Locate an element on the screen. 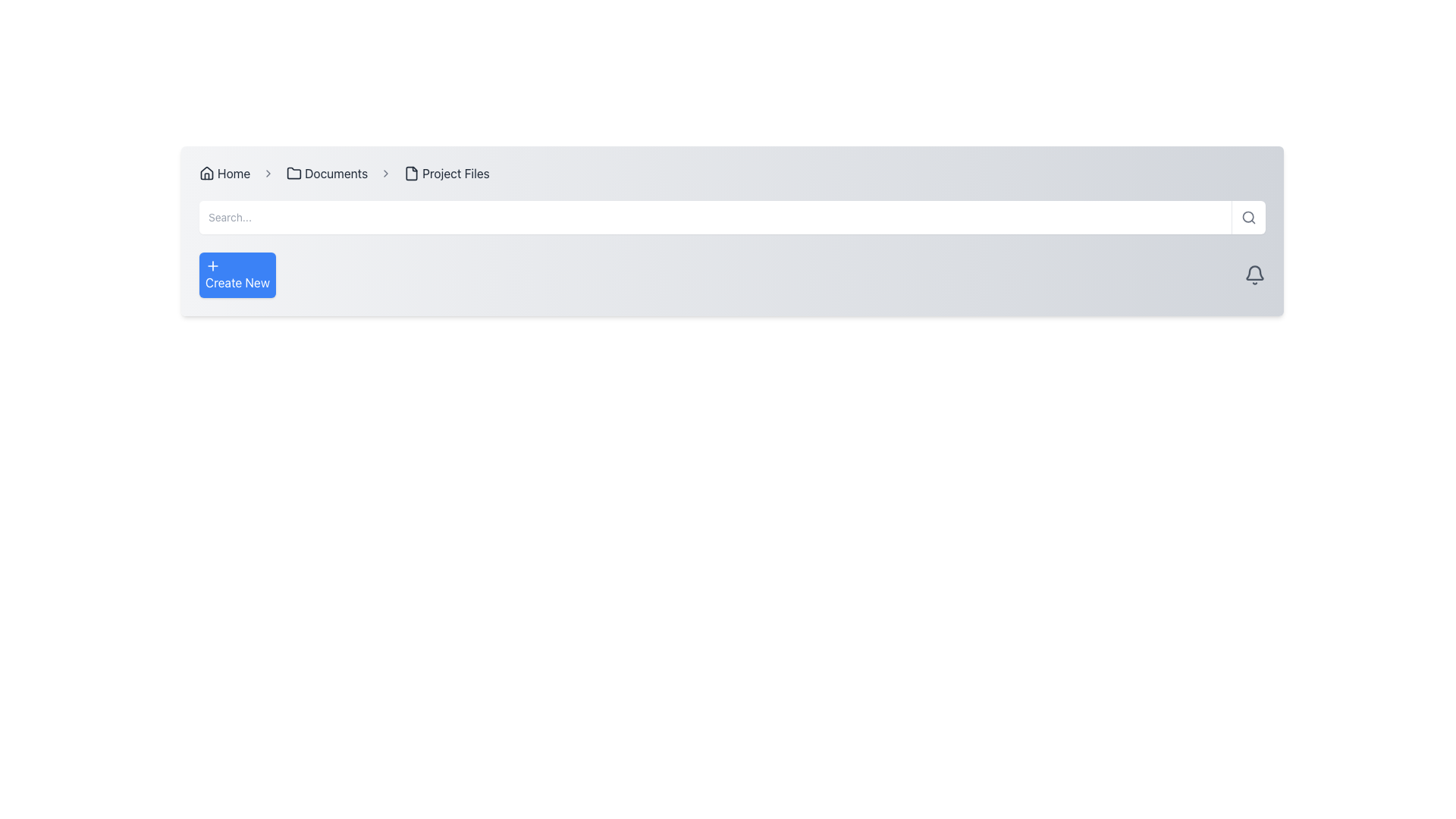 This screenshot has width=1456, height=819. the bell-shaped notification icon located at the far right end of the horizontal navigation bar is located at coordinates (1255, 275).